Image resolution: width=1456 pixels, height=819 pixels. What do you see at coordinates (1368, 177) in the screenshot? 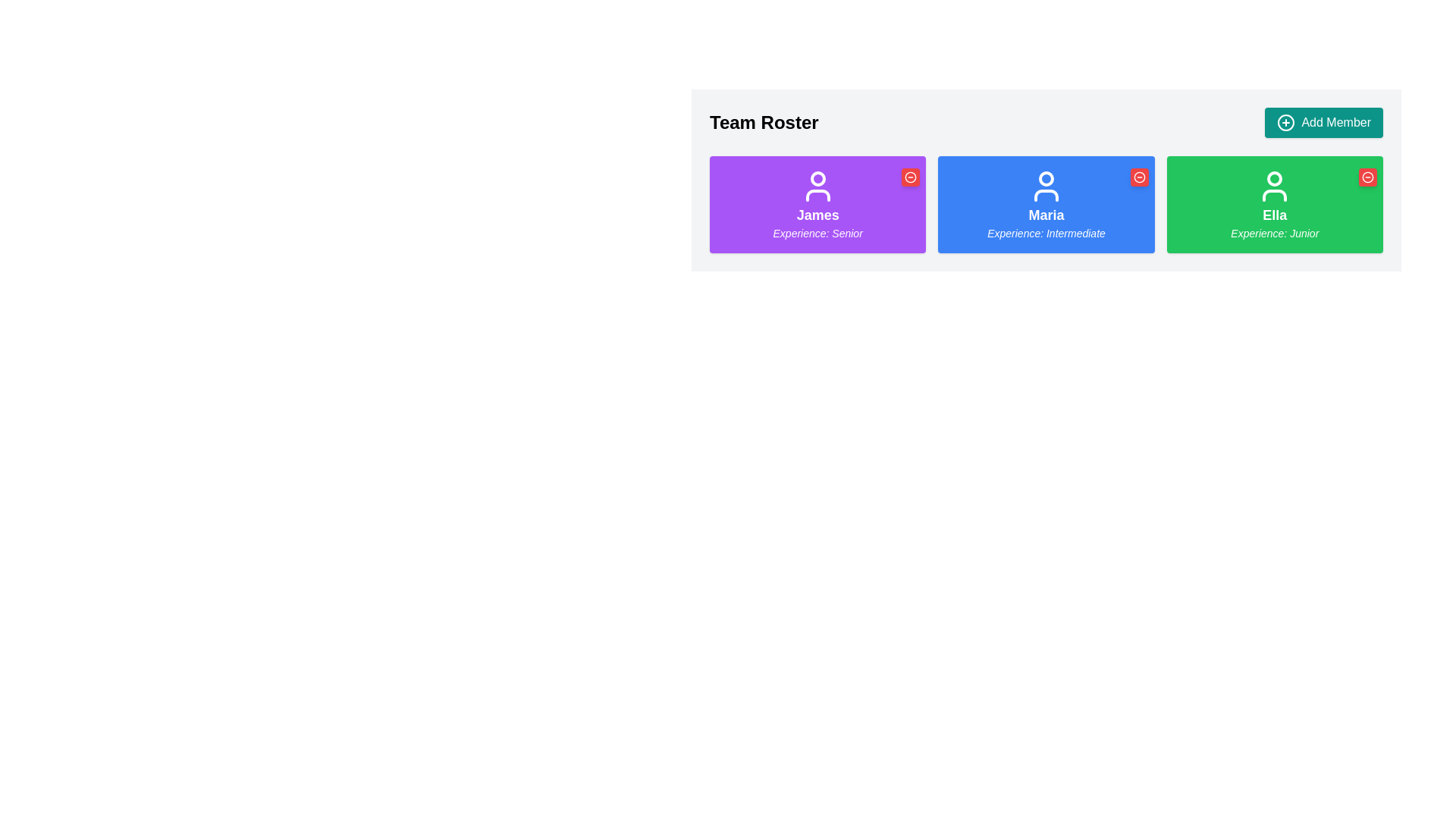
I see `the circular vector graphic within the red 'minus' icon located at the top-right corner of the green card labeled 'Ella'` at bounding box center [1368, 177].